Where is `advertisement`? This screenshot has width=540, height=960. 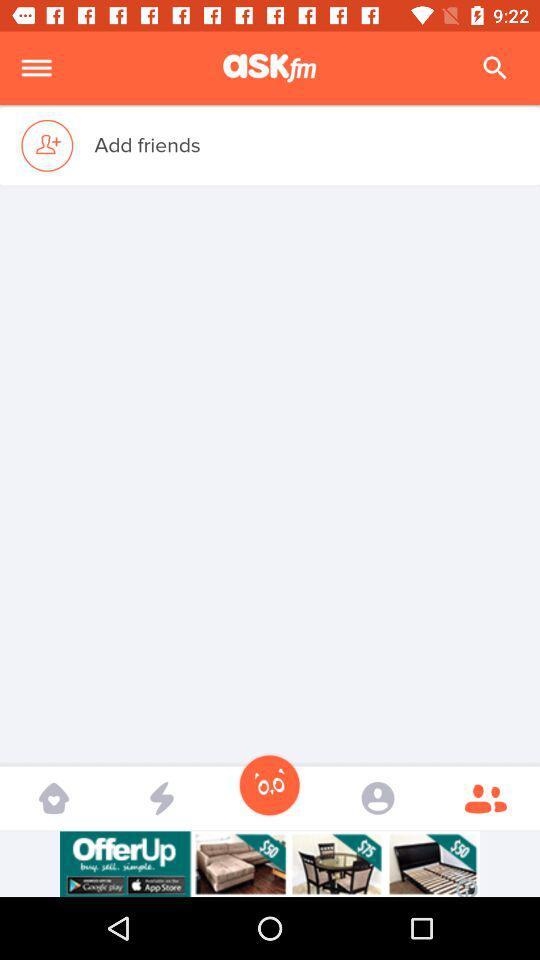
advertisement is located at coordinates (270, 863).